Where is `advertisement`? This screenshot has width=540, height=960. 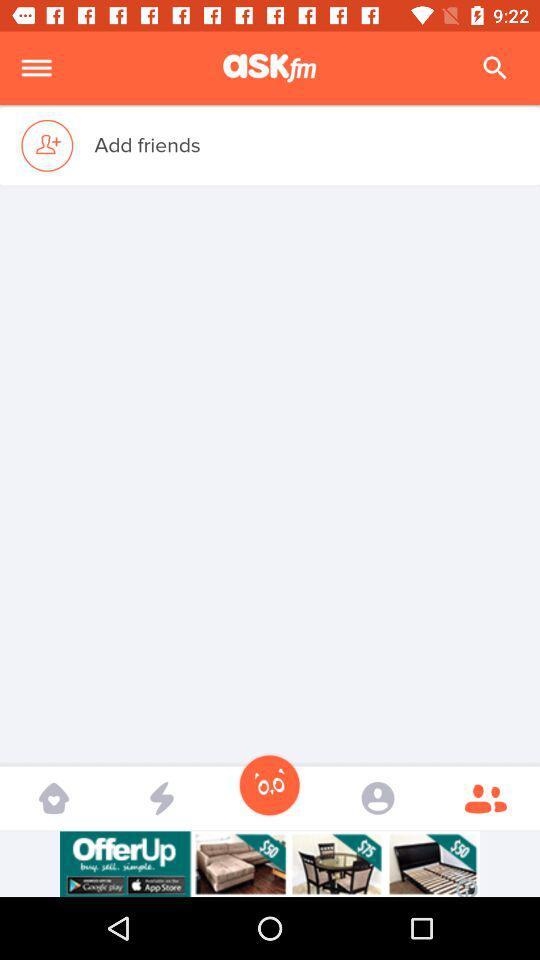
advertisement is located at coordinates (270, 863).